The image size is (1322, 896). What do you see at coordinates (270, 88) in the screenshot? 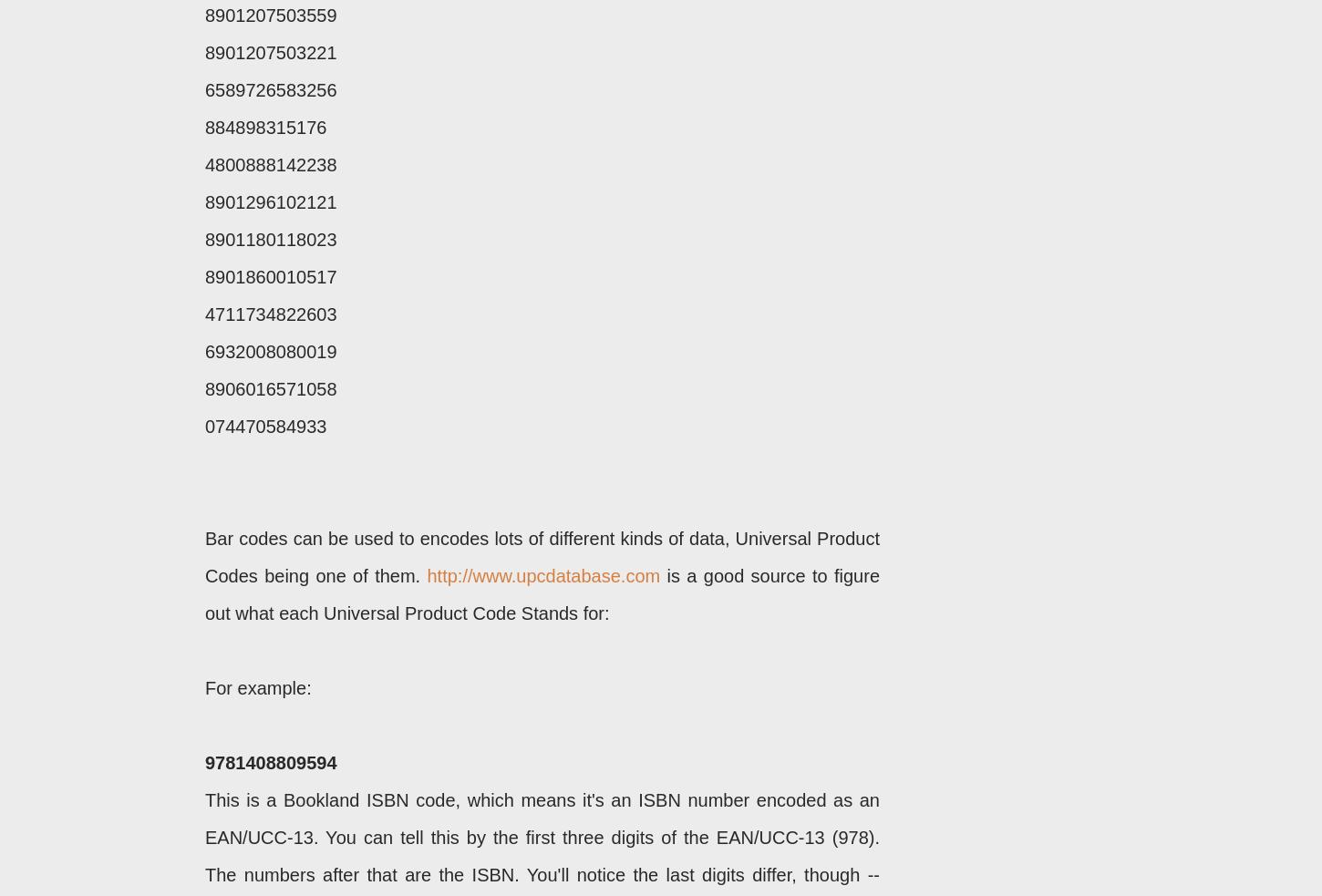
I see `'6589726583256'` at bounding box center [270, 88].